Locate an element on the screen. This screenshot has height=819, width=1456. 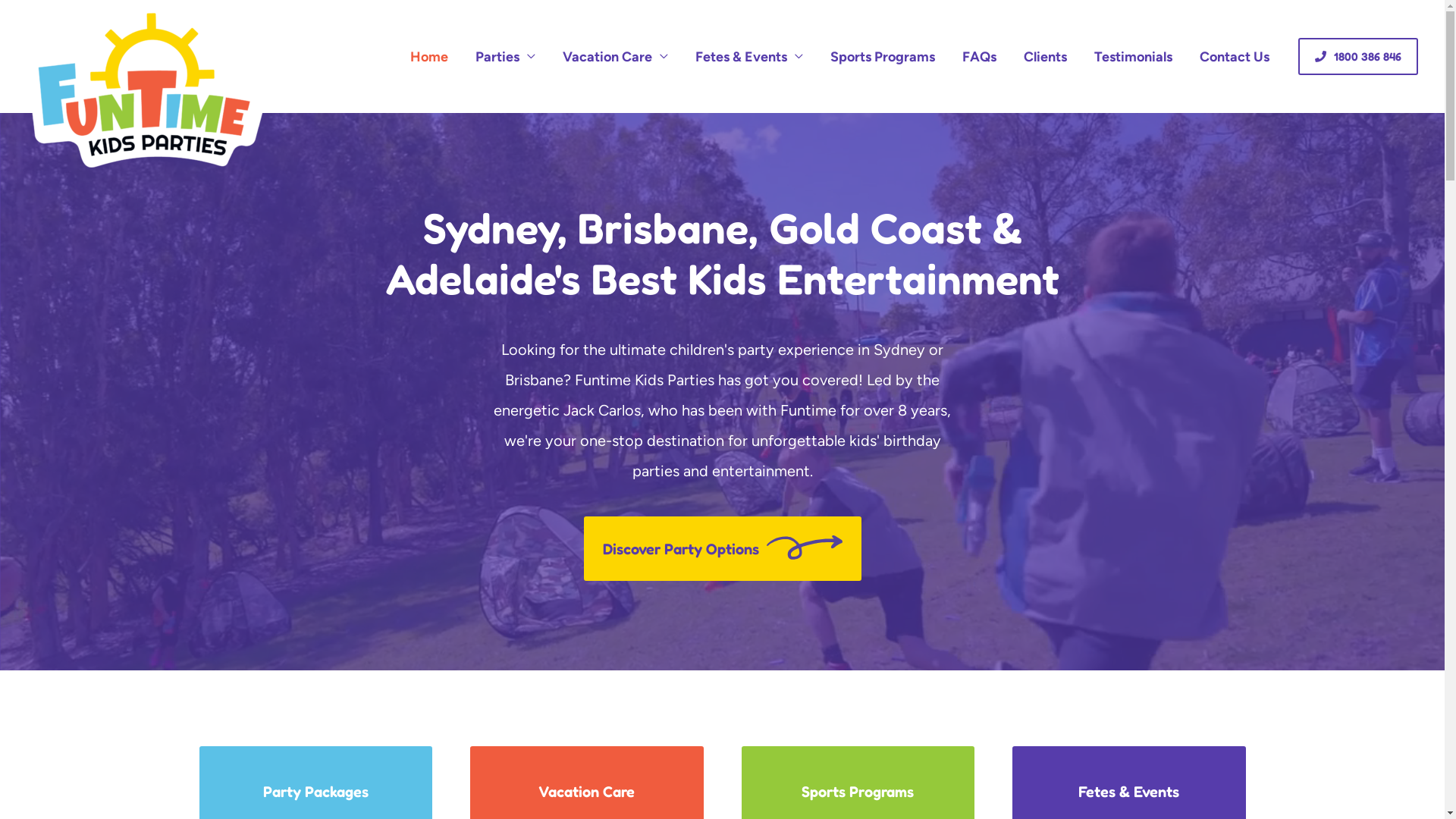
'Fetes & Events' is located at coordinates (749, 55).